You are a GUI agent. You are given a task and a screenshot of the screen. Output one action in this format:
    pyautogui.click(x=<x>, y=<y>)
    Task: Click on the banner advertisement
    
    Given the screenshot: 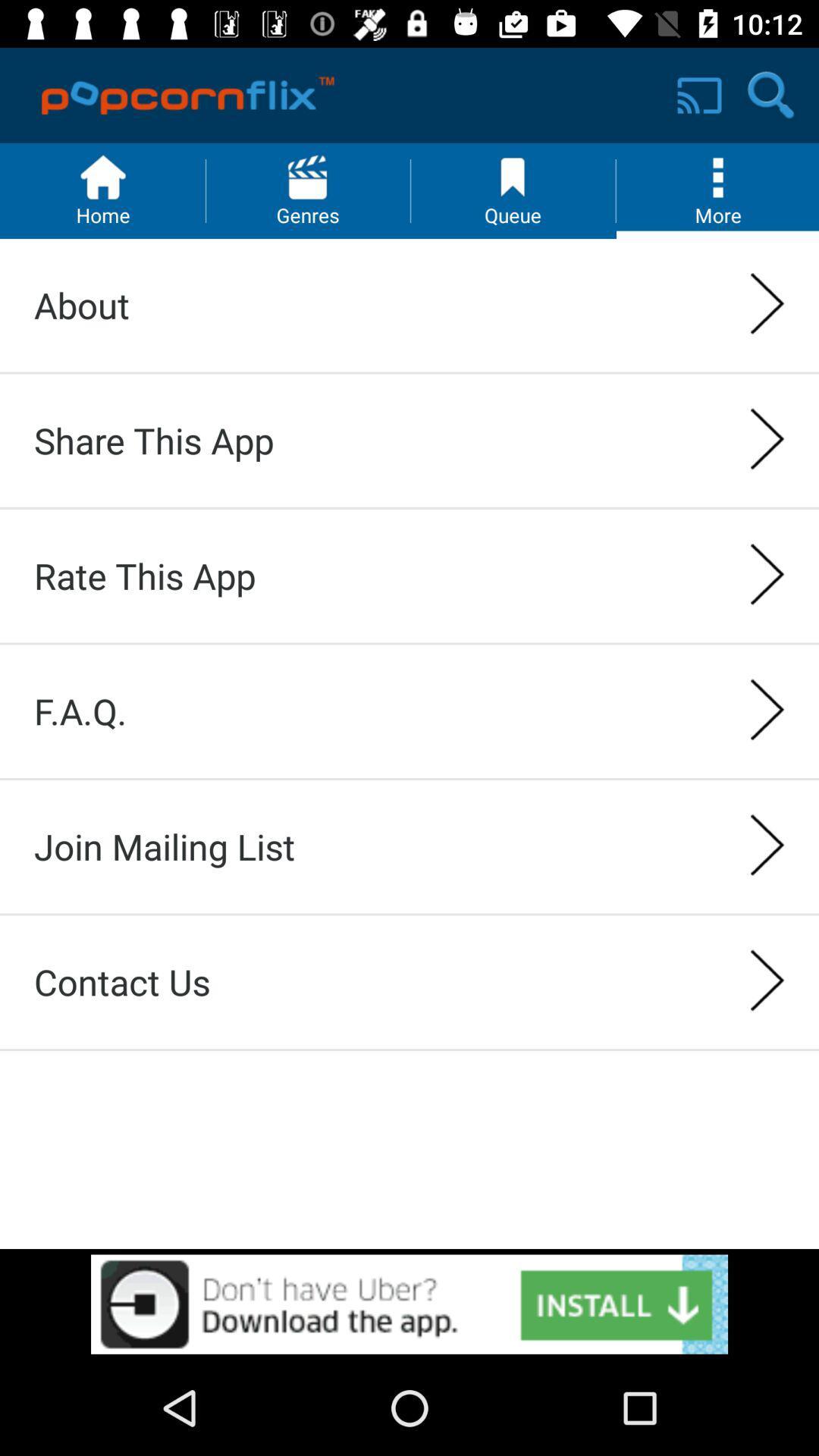 What is the action you would take?
    pyautogui.click(x=409, y=1304)
    